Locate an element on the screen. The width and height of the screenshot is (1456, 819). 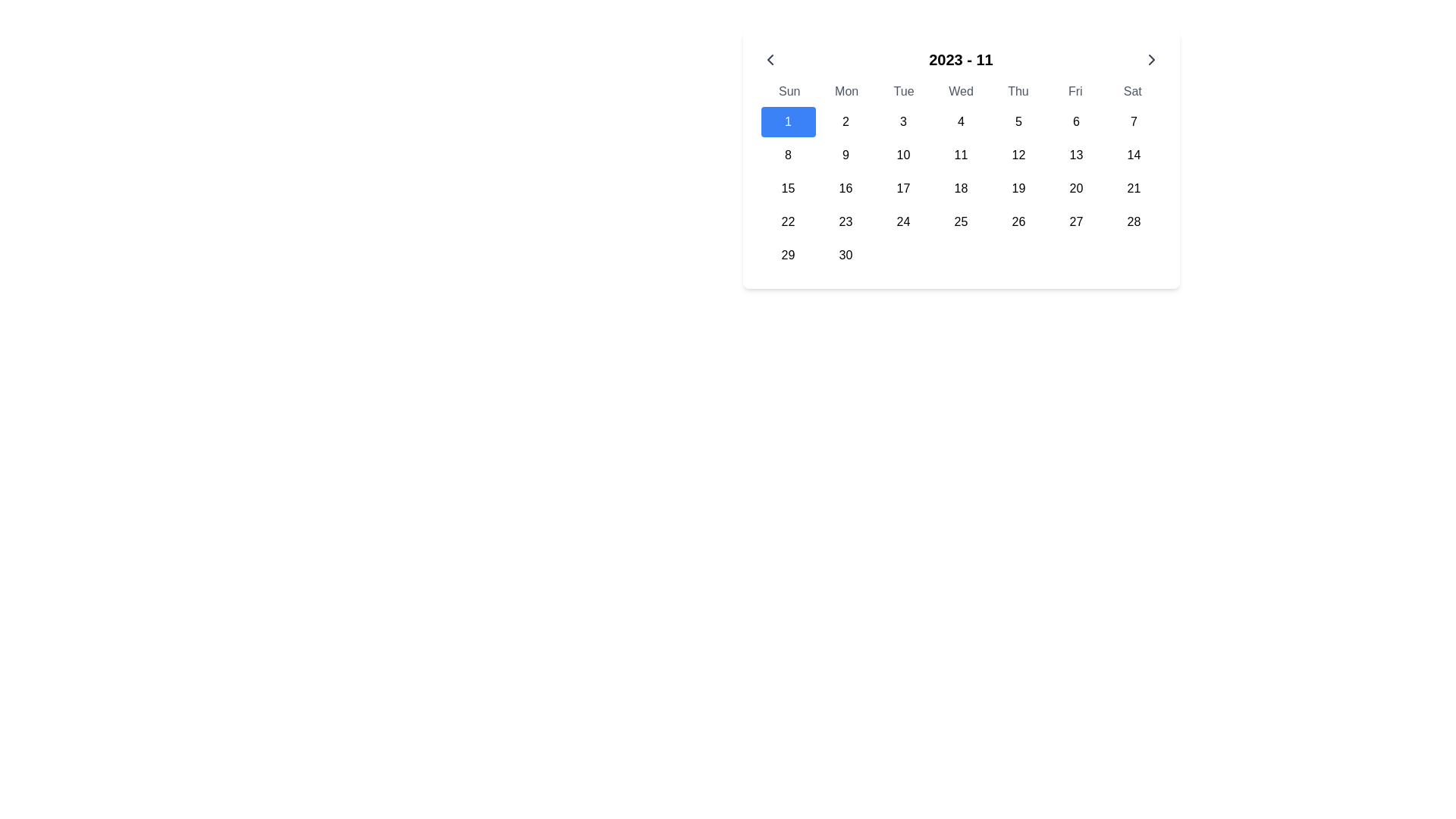
the button representing the calendar day number '13' located in the second row, sixth column under the header 'Fri' is located at coordinates (1075, 155).